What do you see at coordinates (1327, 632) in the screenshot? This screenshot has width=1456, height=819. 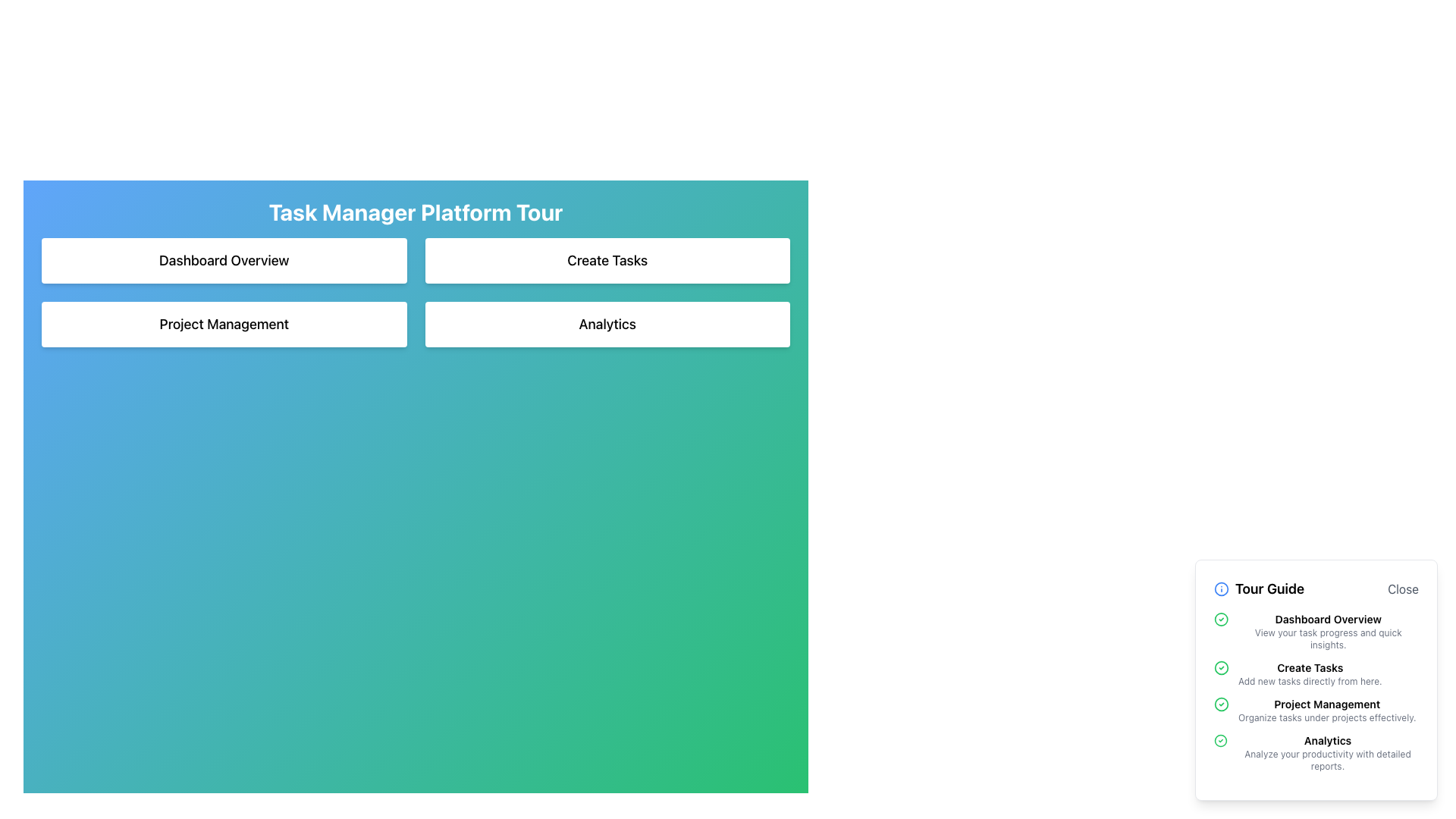 I see `'Dashboard Overview' informational text element located in the 'Tour Guide' section, positioned as the first item in the list` at bounding box center [1327, 632].